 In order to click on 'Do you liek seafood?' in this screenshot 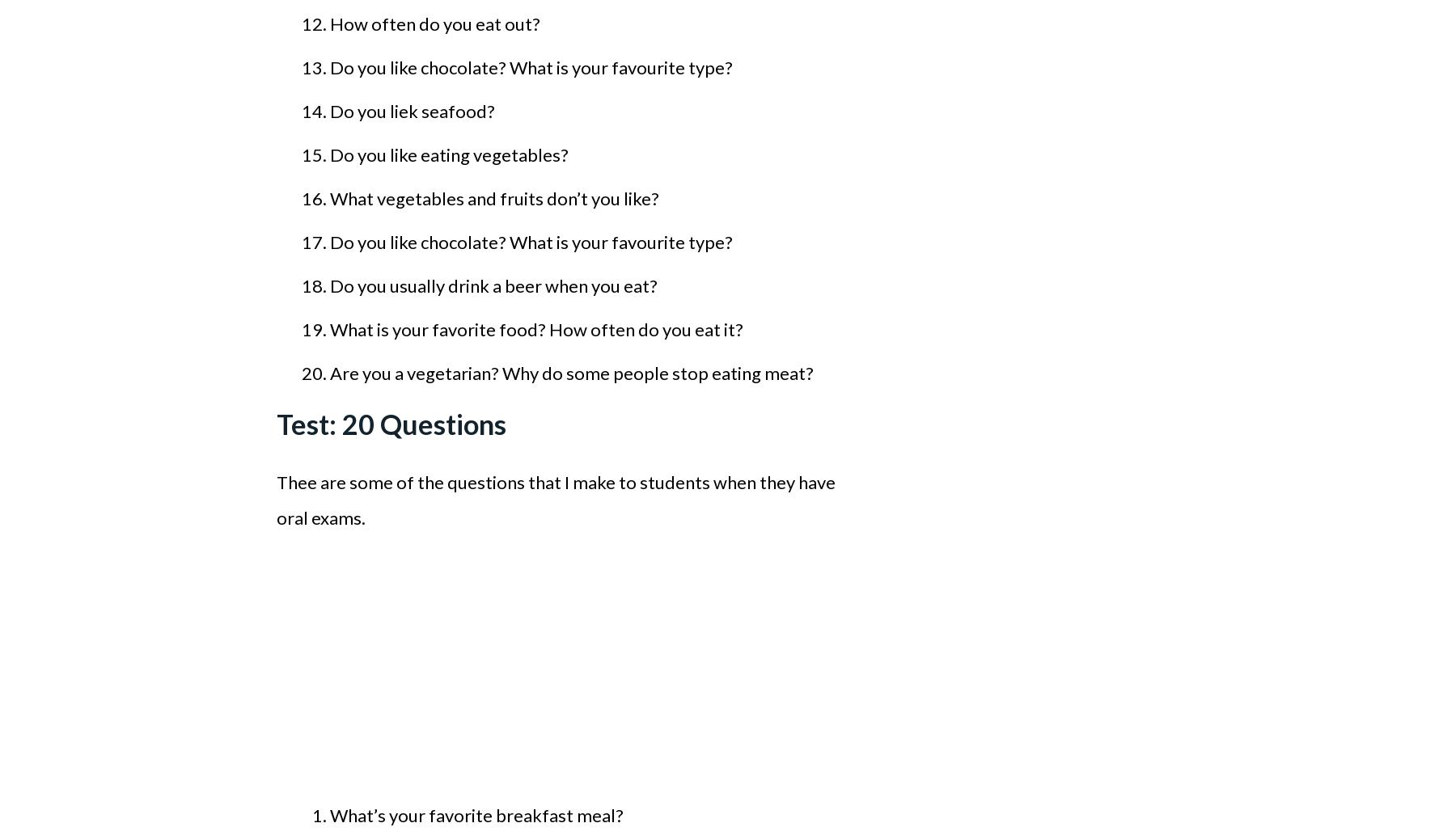, I will do `click(413, 110)`.